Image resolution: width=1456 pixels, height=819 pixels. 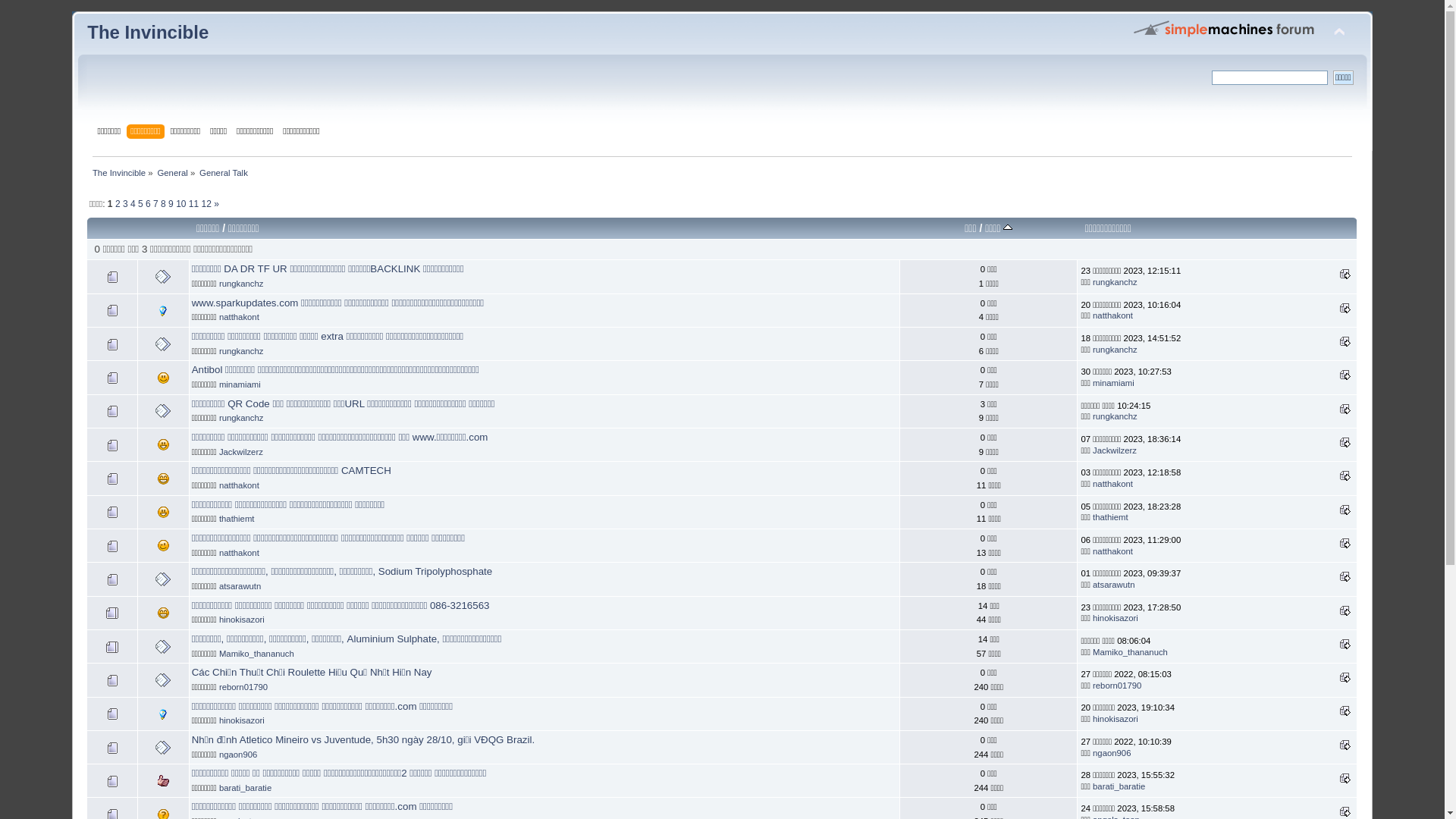 I want to click on '4', so click(x=133, y=203).